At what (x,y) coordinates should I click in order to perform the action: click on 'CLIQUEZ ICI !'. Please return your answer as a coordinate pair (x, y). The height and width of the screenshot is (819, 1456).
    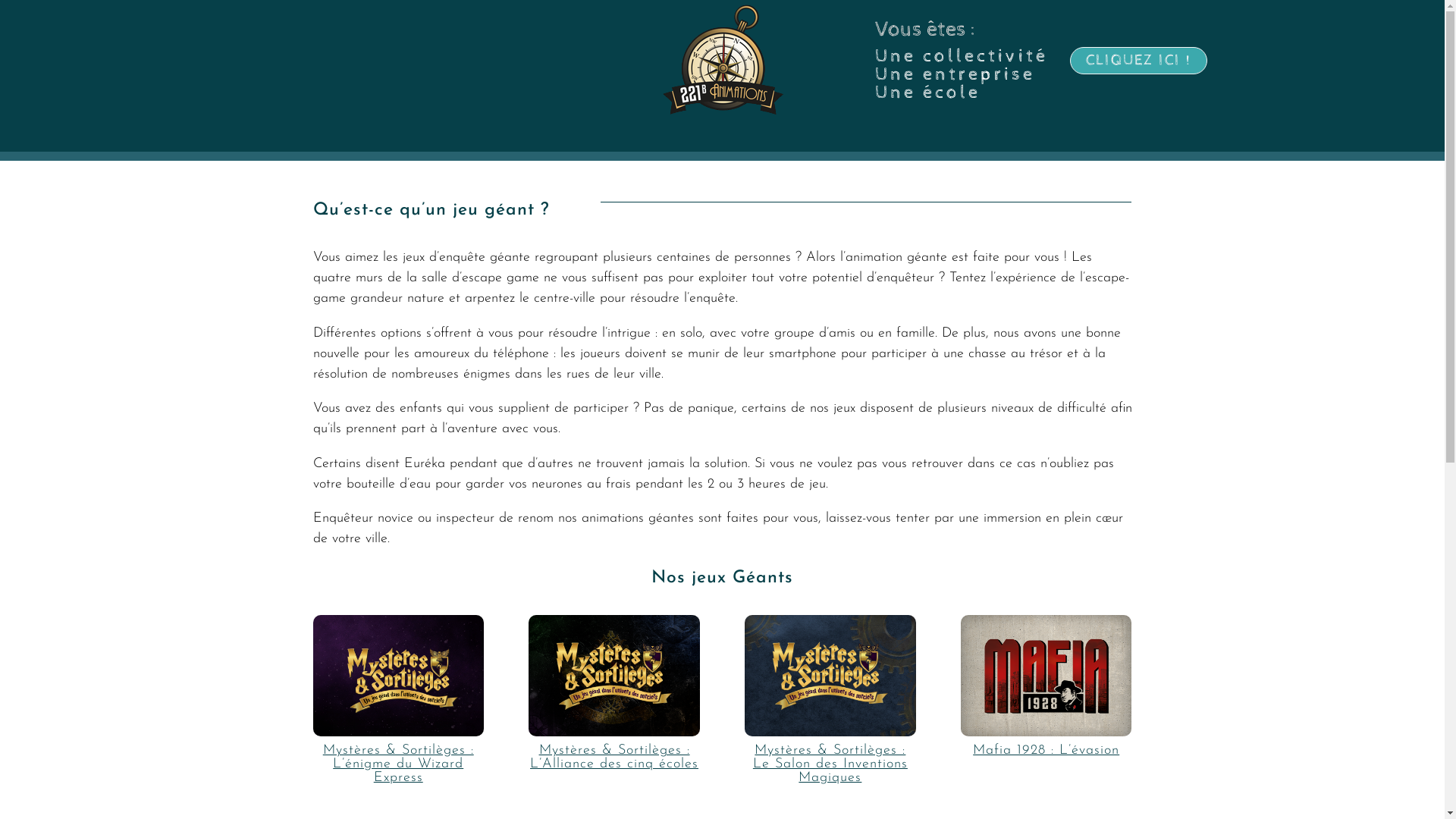
    Looking at the image, I should click on (1138, 60).